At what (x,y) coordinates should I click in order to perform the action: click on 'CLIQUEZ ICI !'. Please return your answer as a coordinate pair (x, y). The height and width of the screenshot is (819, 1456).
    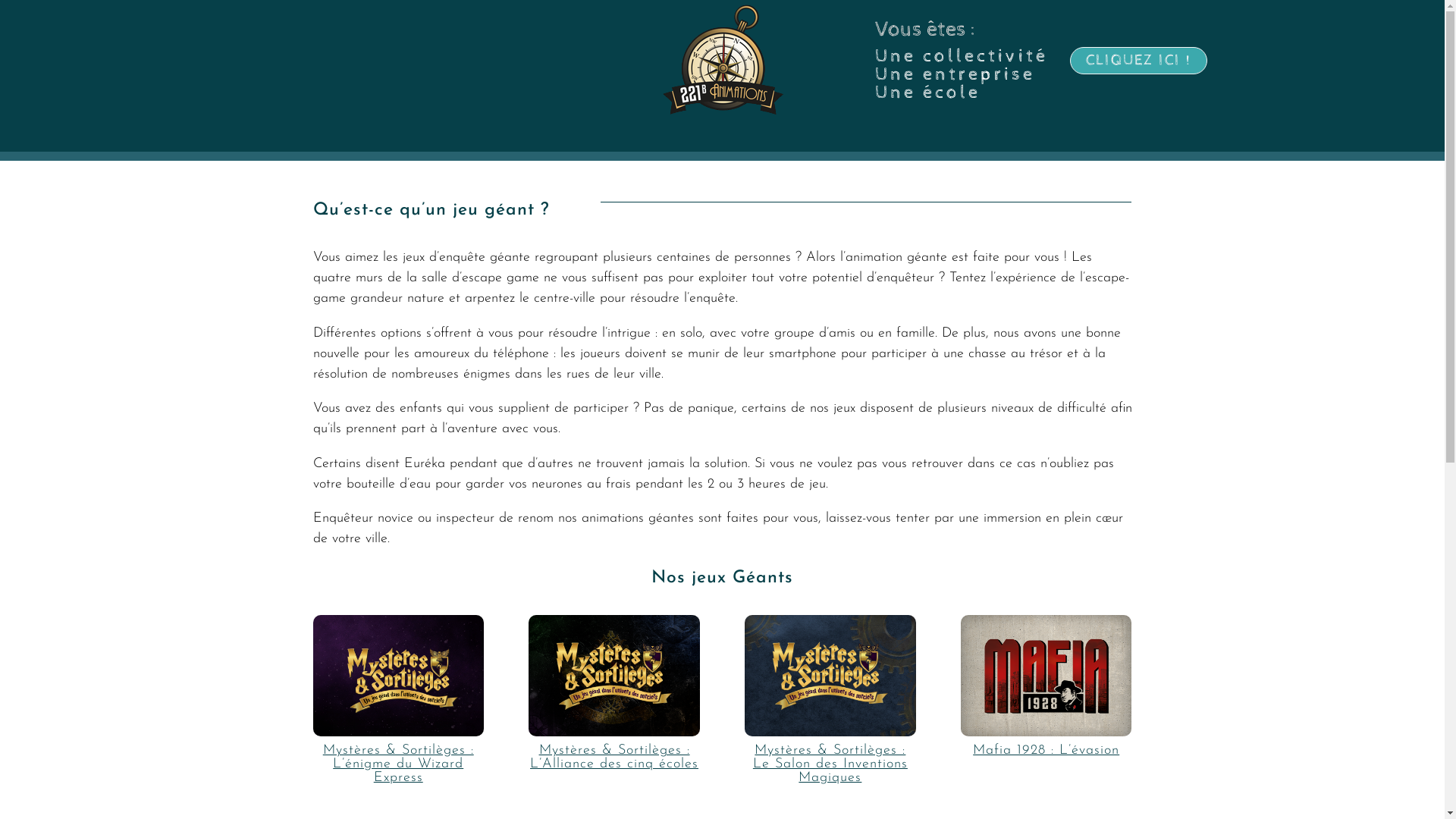
    Looking at the image, I should click on (1138, 60).